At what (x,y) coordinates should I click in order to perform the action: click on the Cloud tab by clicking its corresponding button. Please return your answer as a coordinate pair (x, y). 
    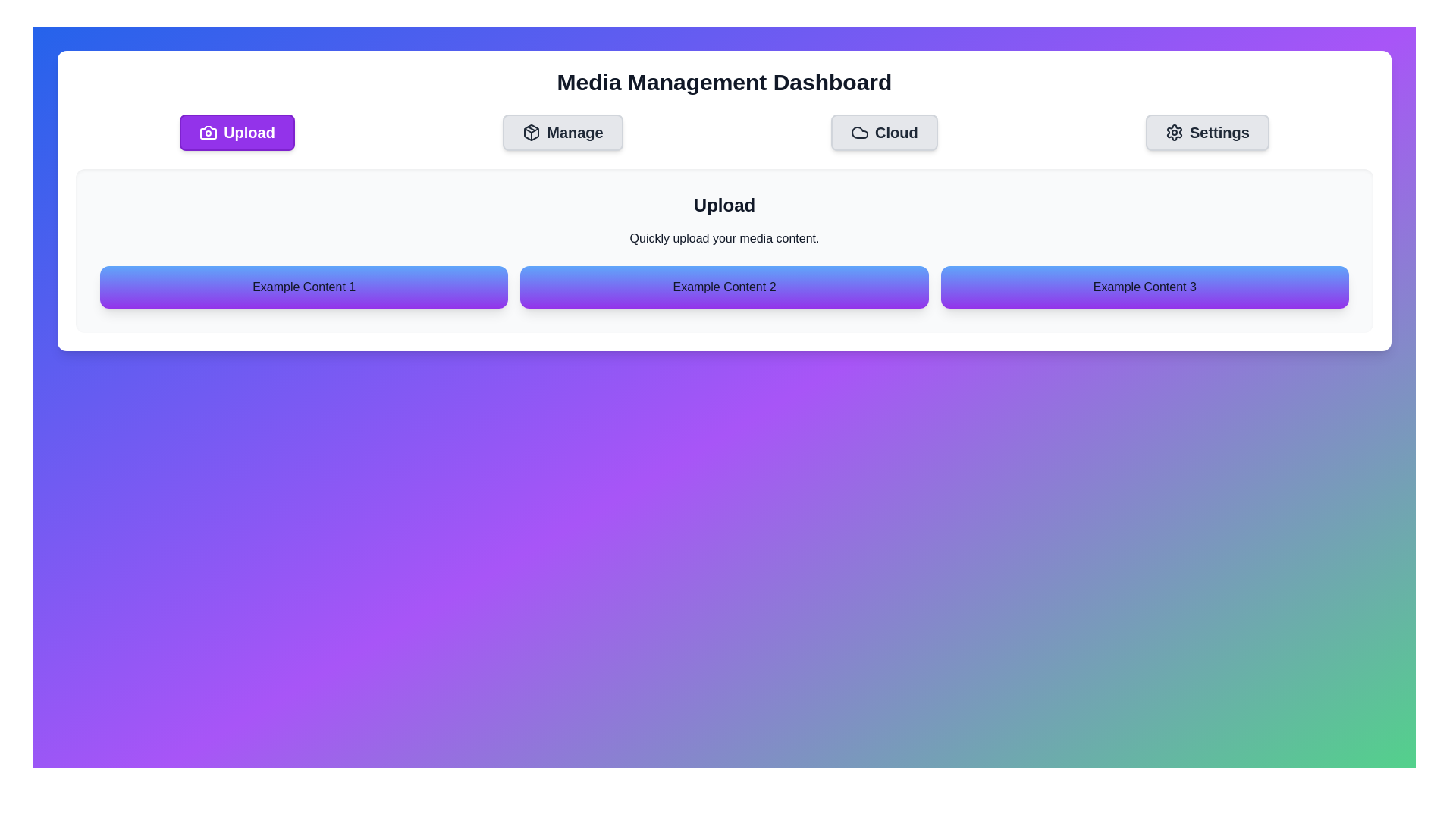
    Looking at the image, I should click on (884, 131).